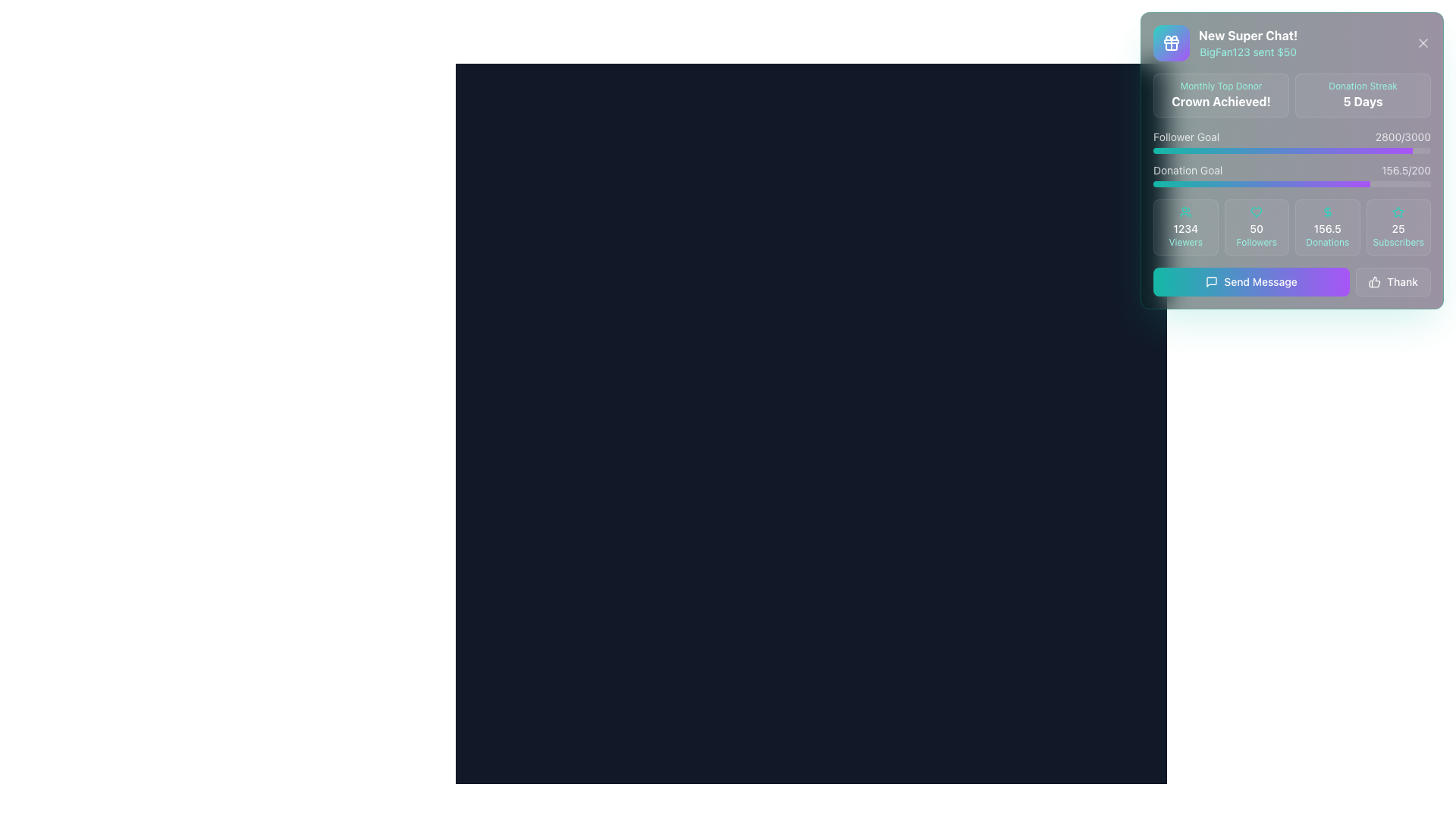  I want to click on the Information Display Block that shows the count of subscribers, located at the bottom-right of the card in a grid layout, so click(1398, 227).